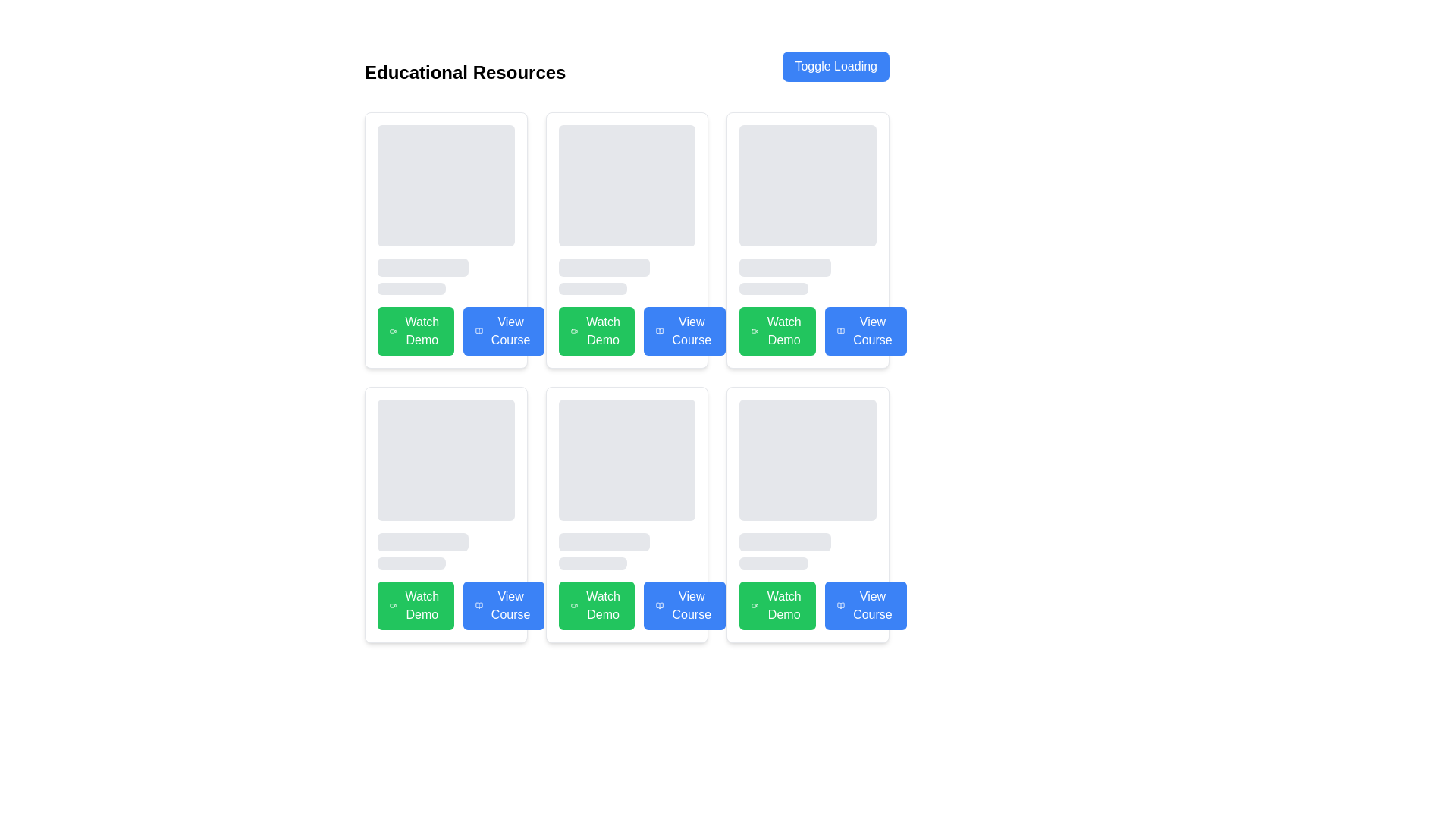 The image size is (1456, 819). I want to click on the gray rectangular placeholder block with rounded corners located in the center column of the second row in the grid layout, so click(626, 459).